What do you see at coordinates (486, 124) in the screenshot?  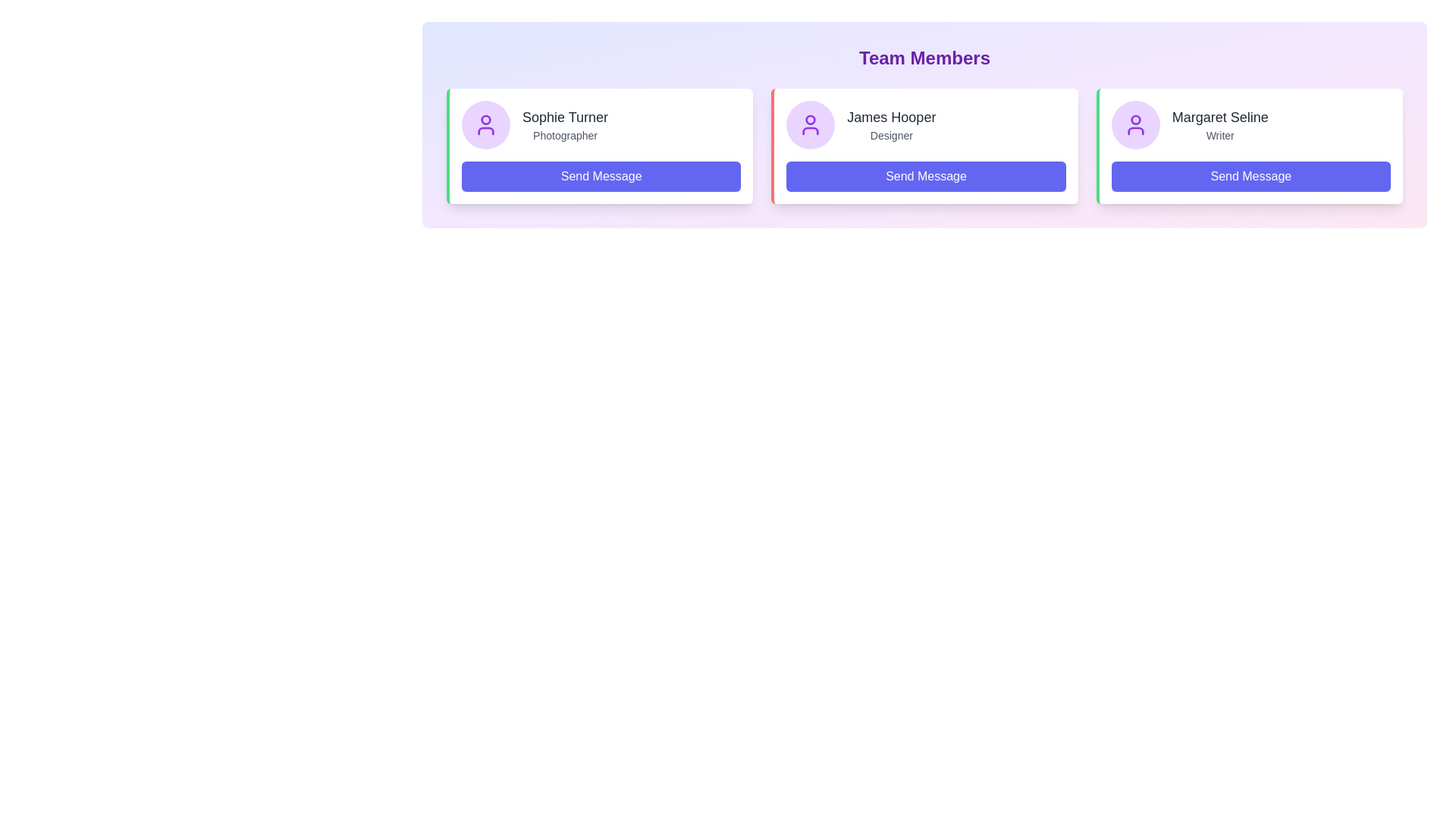 I see `the first user icon within the card labeled 'Sophie Turner, Photographer', located on the left-most side of the row` at bounding box center [486, 124].